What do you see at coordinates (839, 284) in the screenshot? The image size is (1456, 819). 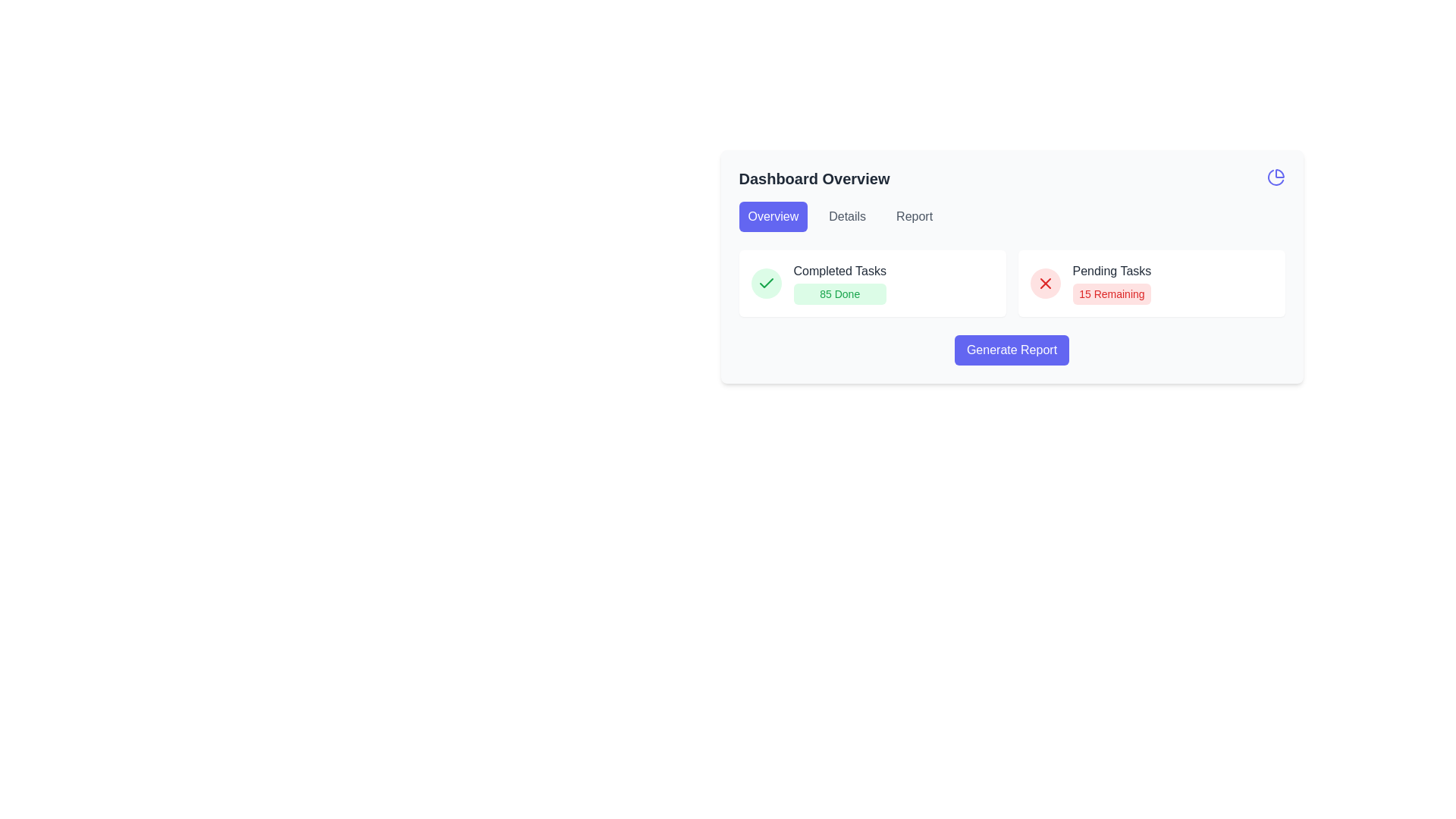 I see `data represented in the text block displaying '85 Done' under the 'Completed Tasks' label, located within the 'Completed Tasks' card on the left side of the dashboard's summary section` at bounding box center [839, 284].